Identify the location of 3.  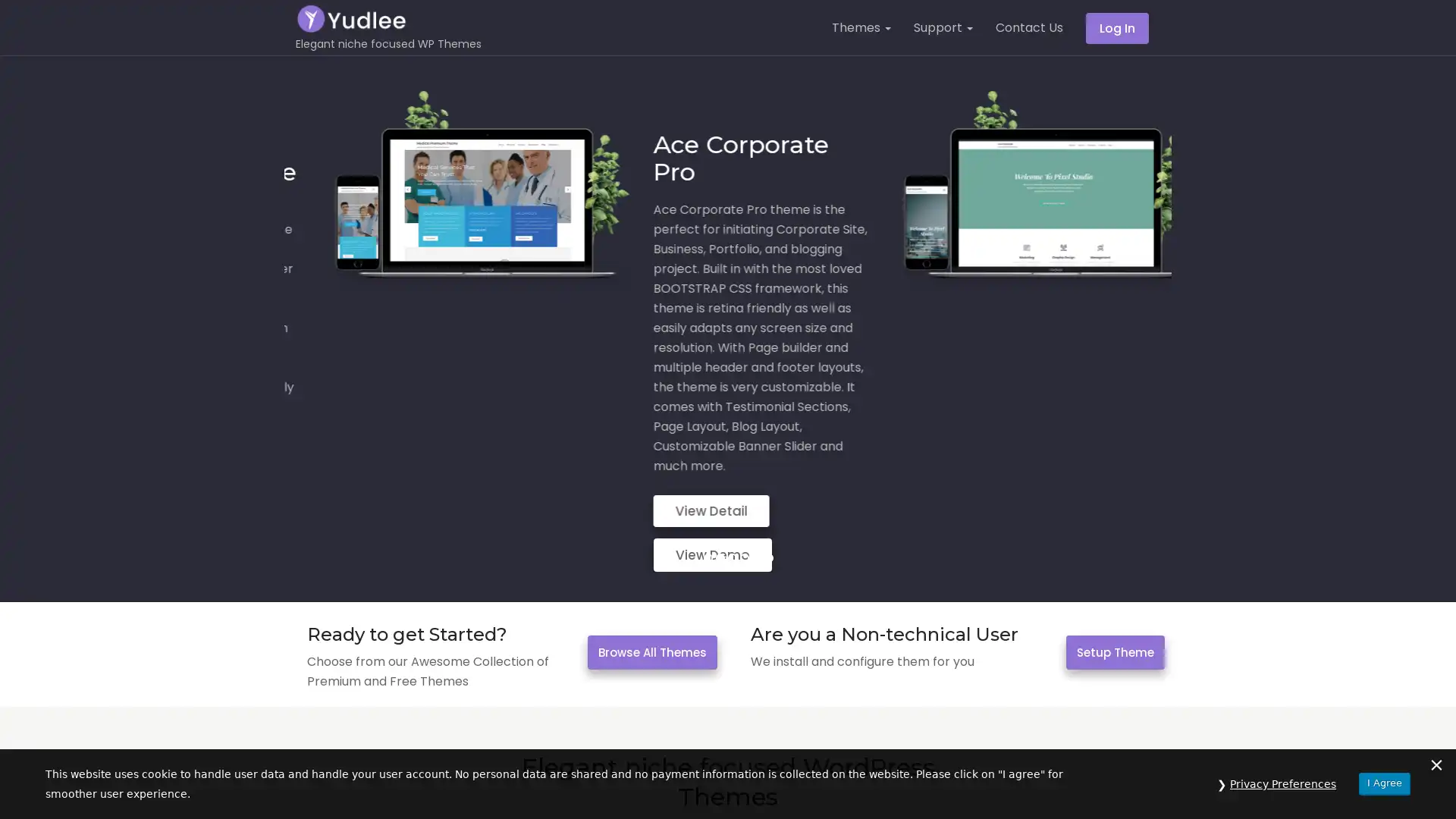
(731, 451).